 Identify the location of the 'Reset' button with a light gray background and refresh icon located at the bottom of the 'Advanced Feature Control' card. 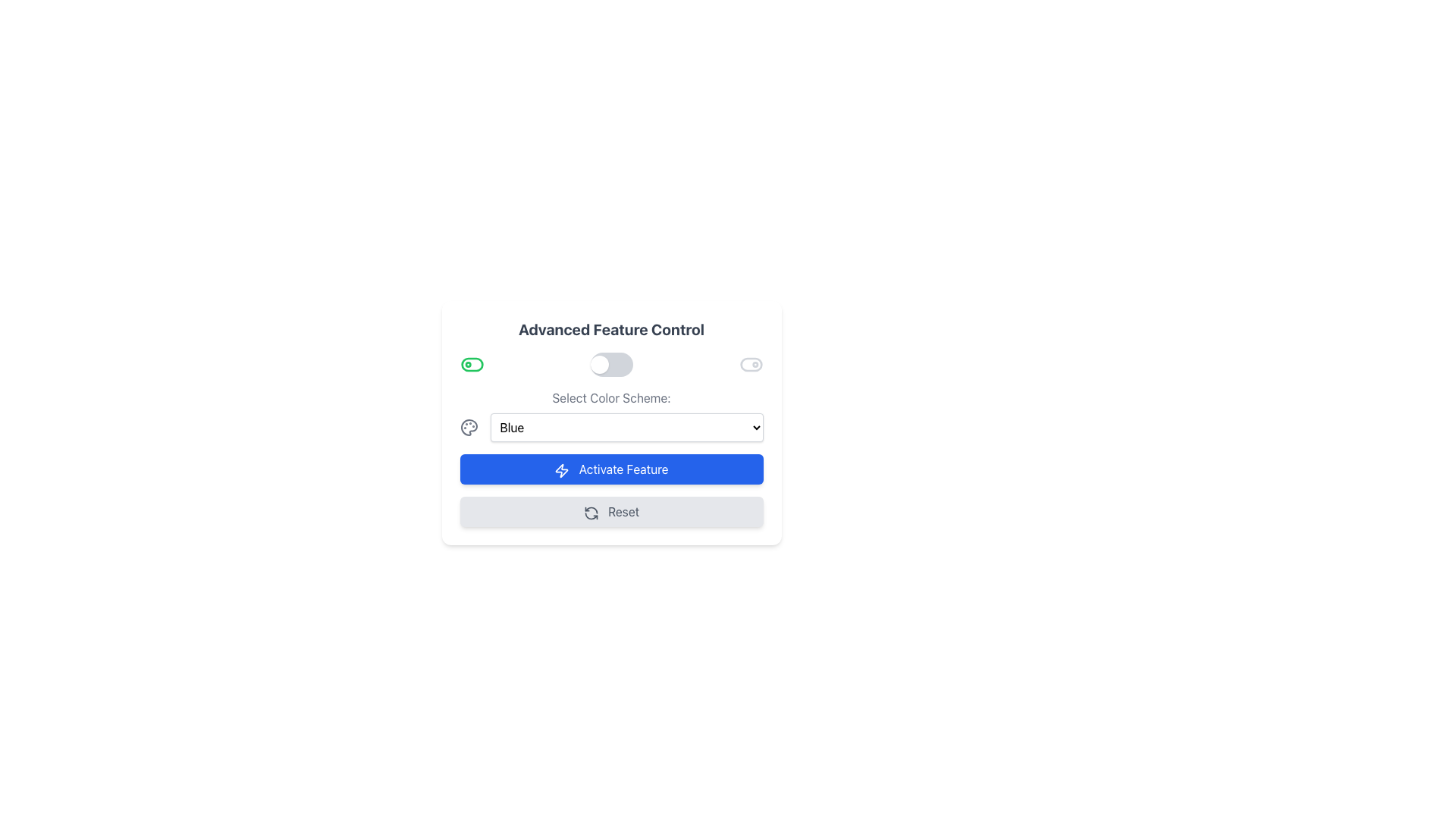
(611, 512).